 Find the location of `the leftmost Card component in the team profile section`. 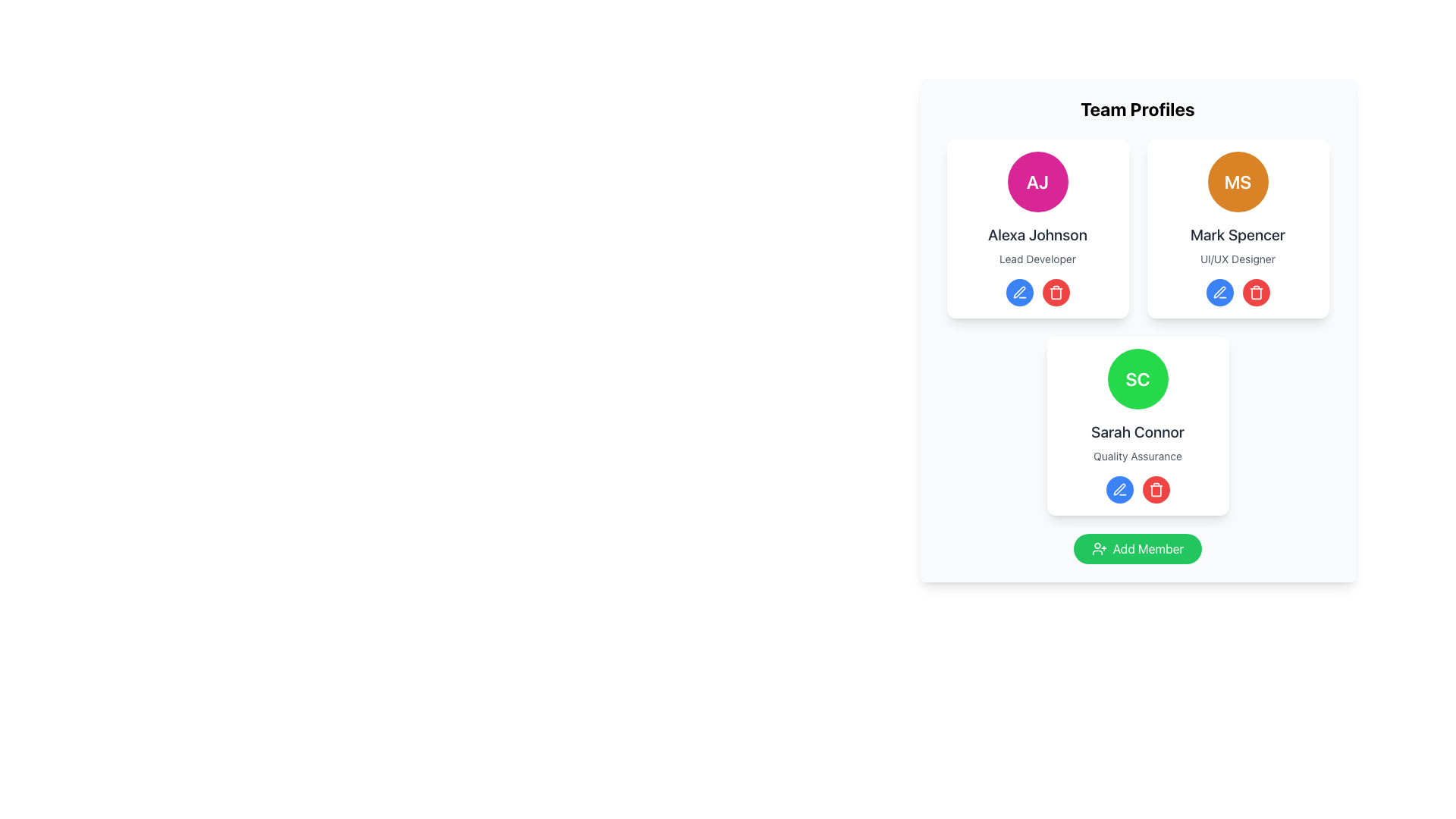

the leftmost Card component in the team profile section is located at coordinates (1037, 228).